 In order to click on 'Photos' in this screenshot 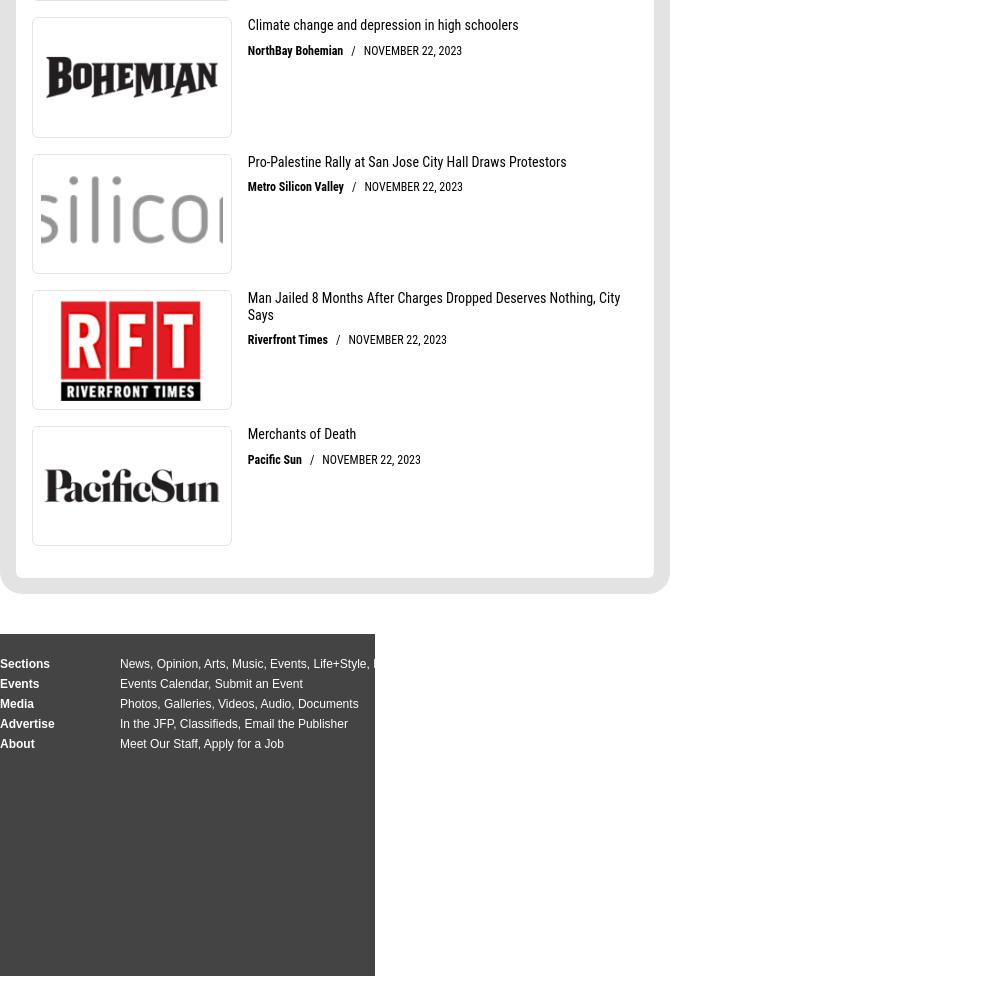, I will do `click(138, 703)`.